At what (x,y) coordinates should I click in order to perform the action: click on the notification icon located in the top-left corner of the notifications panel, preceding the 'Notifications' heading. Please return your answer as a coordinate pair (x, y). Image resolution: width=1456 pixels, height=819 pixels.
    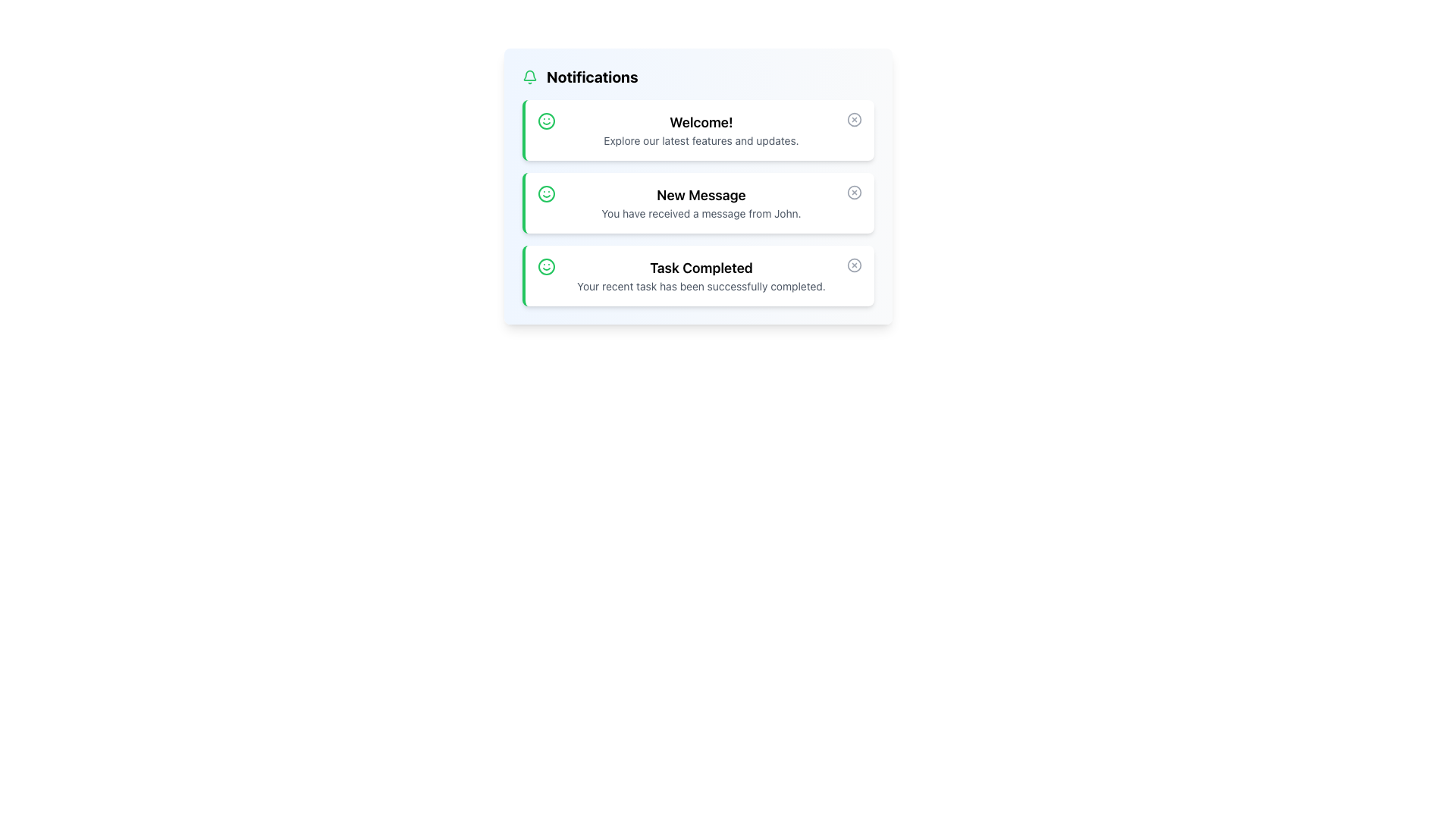
    Looking at the image, I should click on (530, 77).